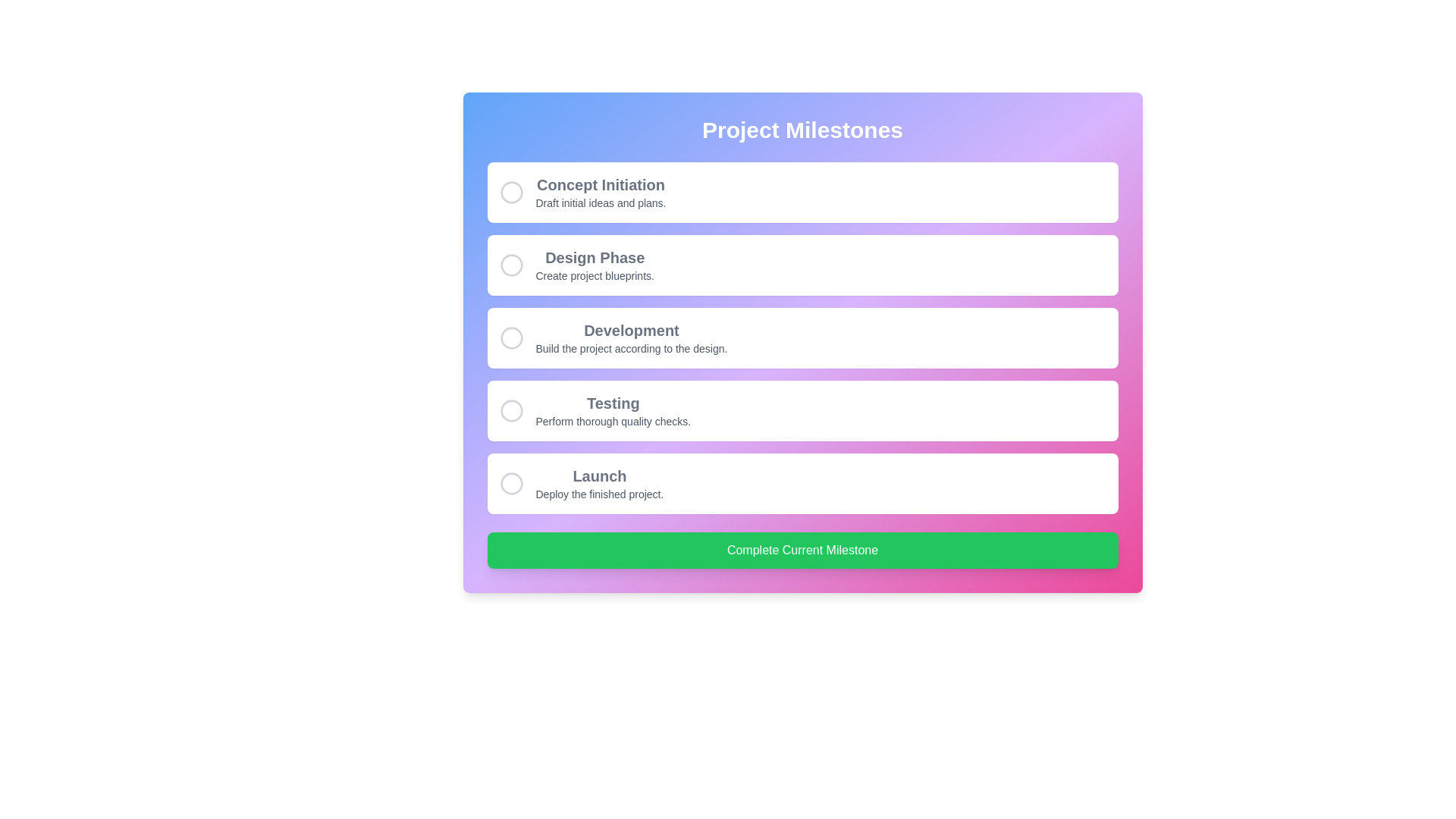 This screenshot has height=819, width=1456. What do you see at coordinates (511, 265) in the screenshot?
I see `the decorative circle element that signifies status in the second entry of the list under 'Design Phase'` at bounding box center [511, 265].